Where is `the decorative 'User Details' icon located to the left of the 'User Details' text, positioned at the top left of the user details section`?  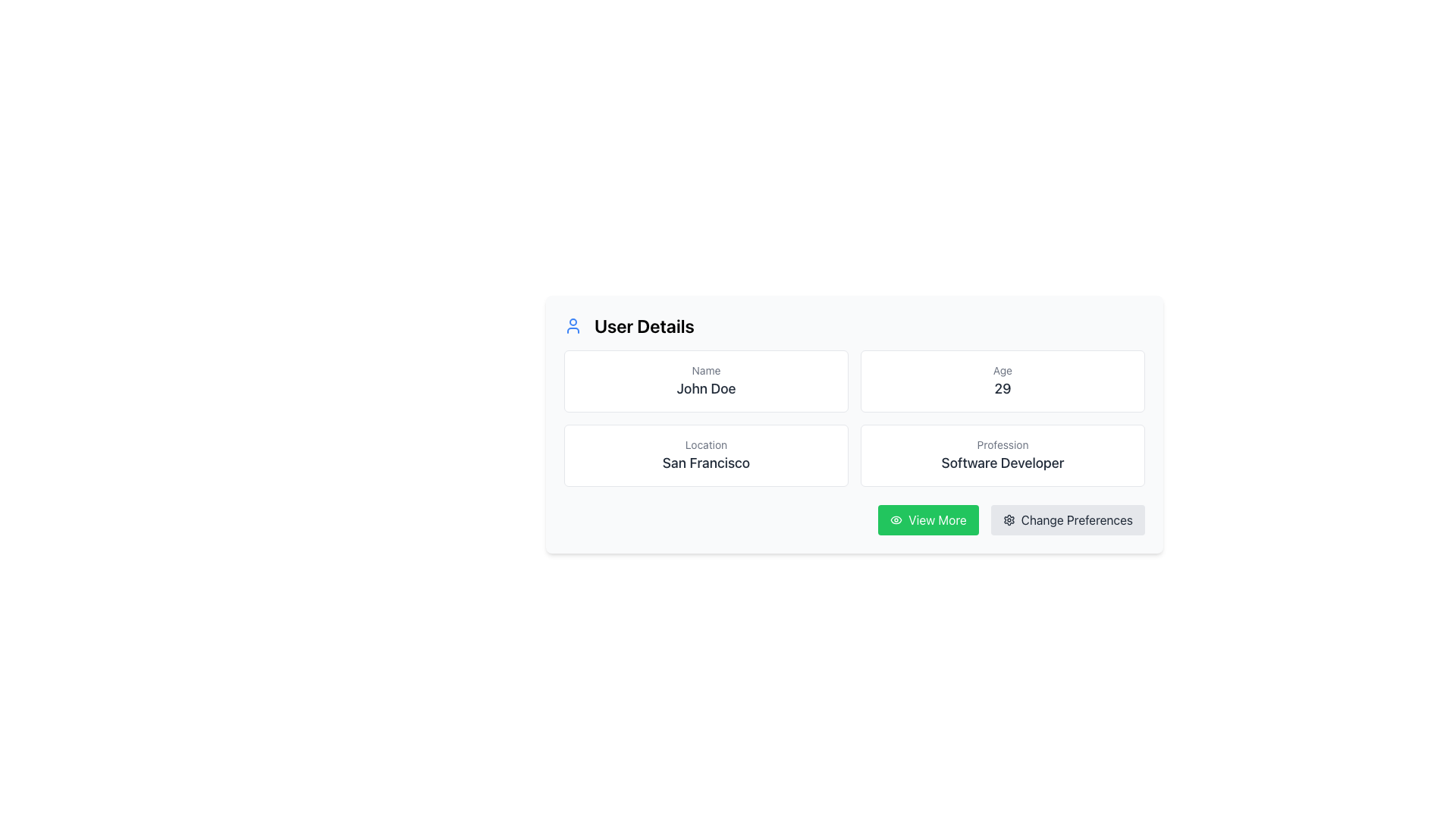
the decorative 'User Details' icon located to the left of the 'User Details' text, positioned at the top left of the user details section is located at coordinates (572, 325).